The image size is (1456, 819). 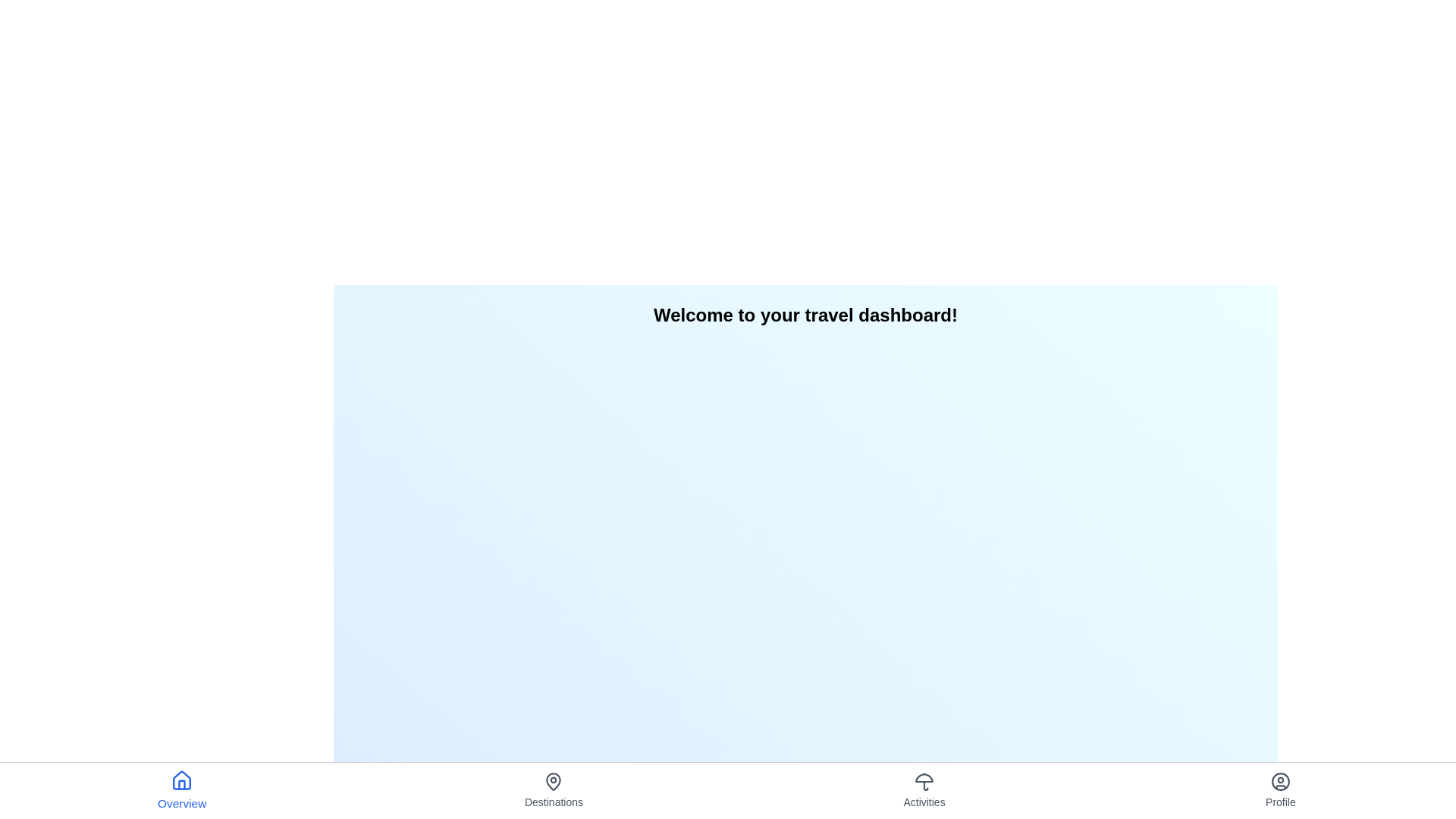 What do you see at coordinates (924, 801) in the screenshot?
I see `the 'Activities' text label located beneath the umbrella icon in the bottom navigation bar by moving the cursor to its center point` at bounding box center [924, 801].